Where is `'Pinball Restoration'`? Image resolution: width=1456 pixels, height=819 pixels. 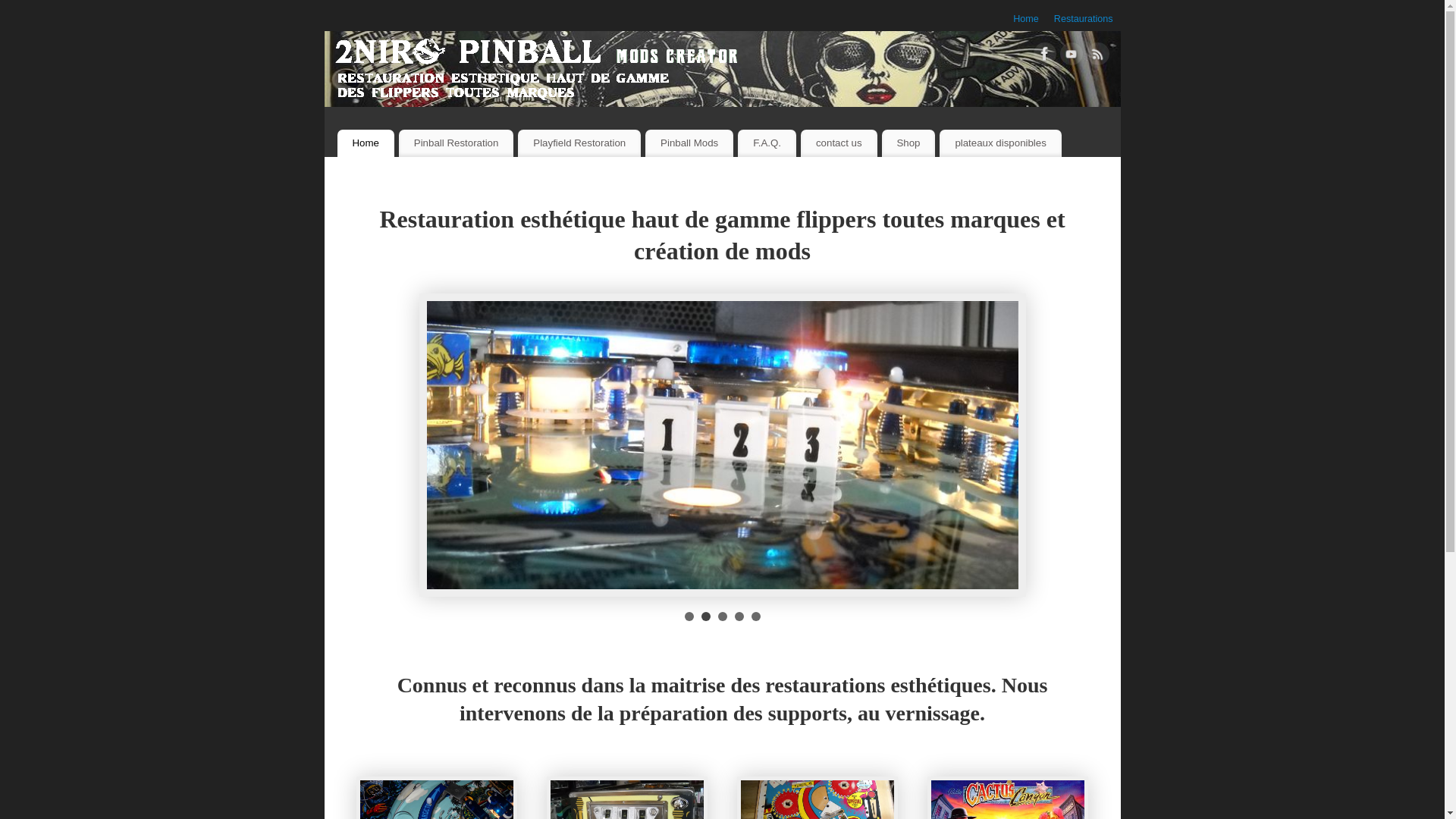 'Pinball Restoration' is located at coordinates (455, 143).